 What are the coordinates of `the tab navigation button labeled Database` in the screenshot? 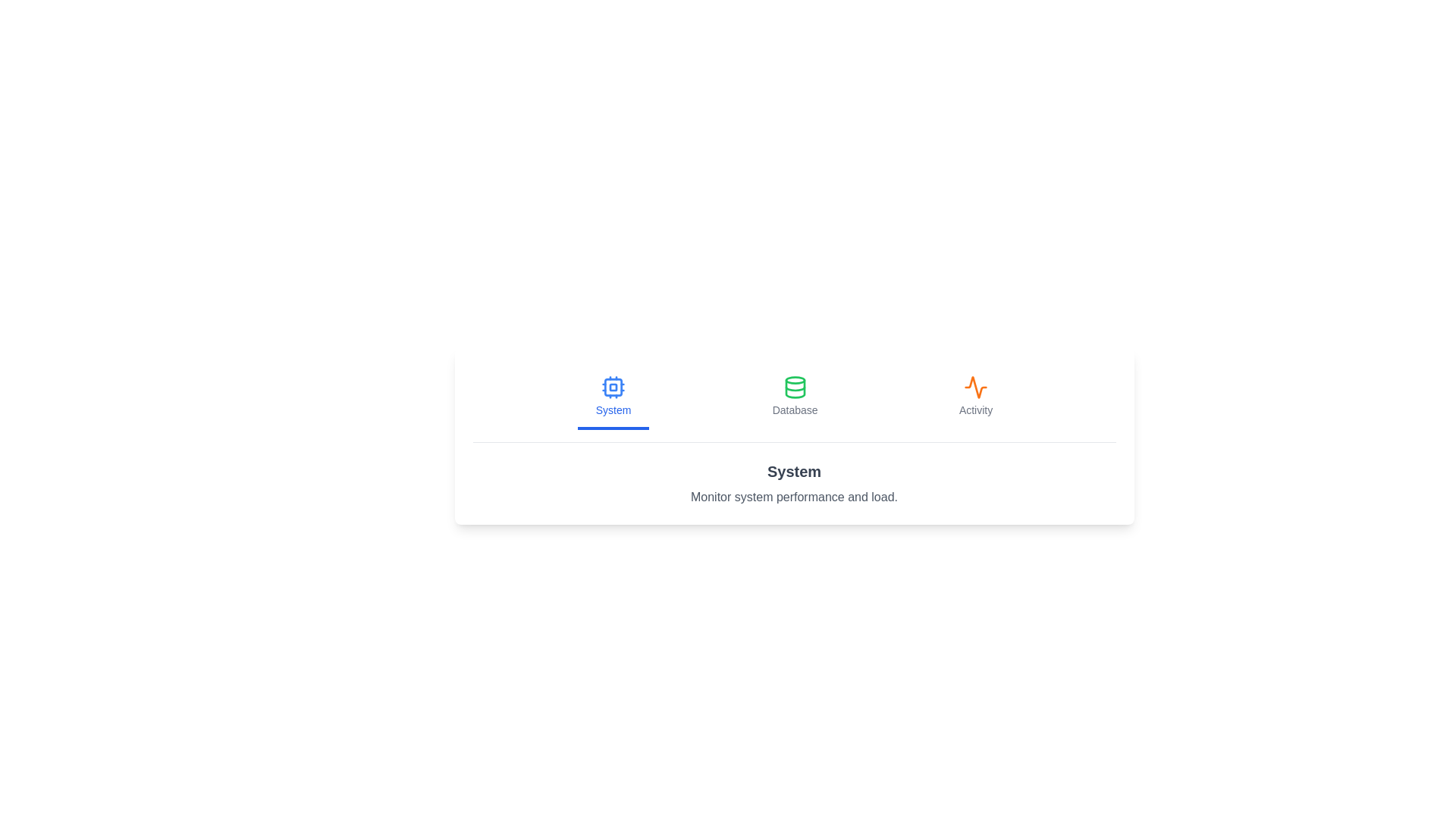 It's located at (794, 397).